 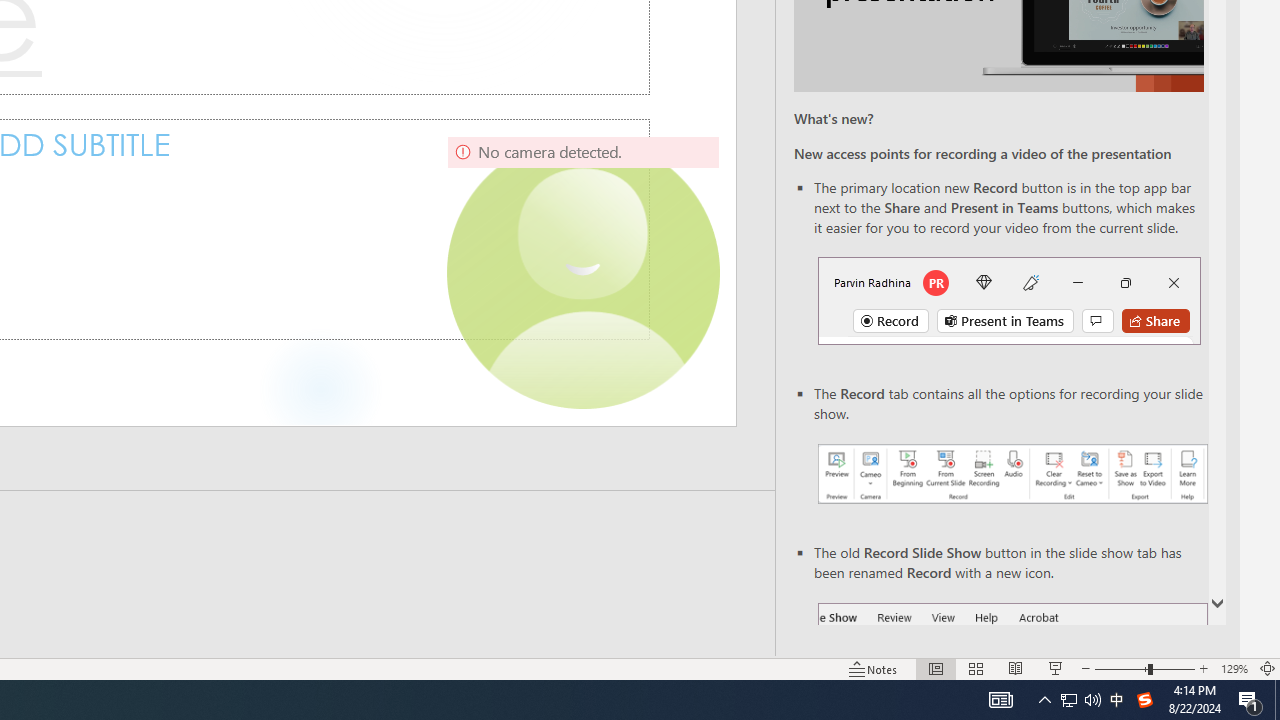 I want to click on 'Zoom 129%', so click(x=1233, y=669).